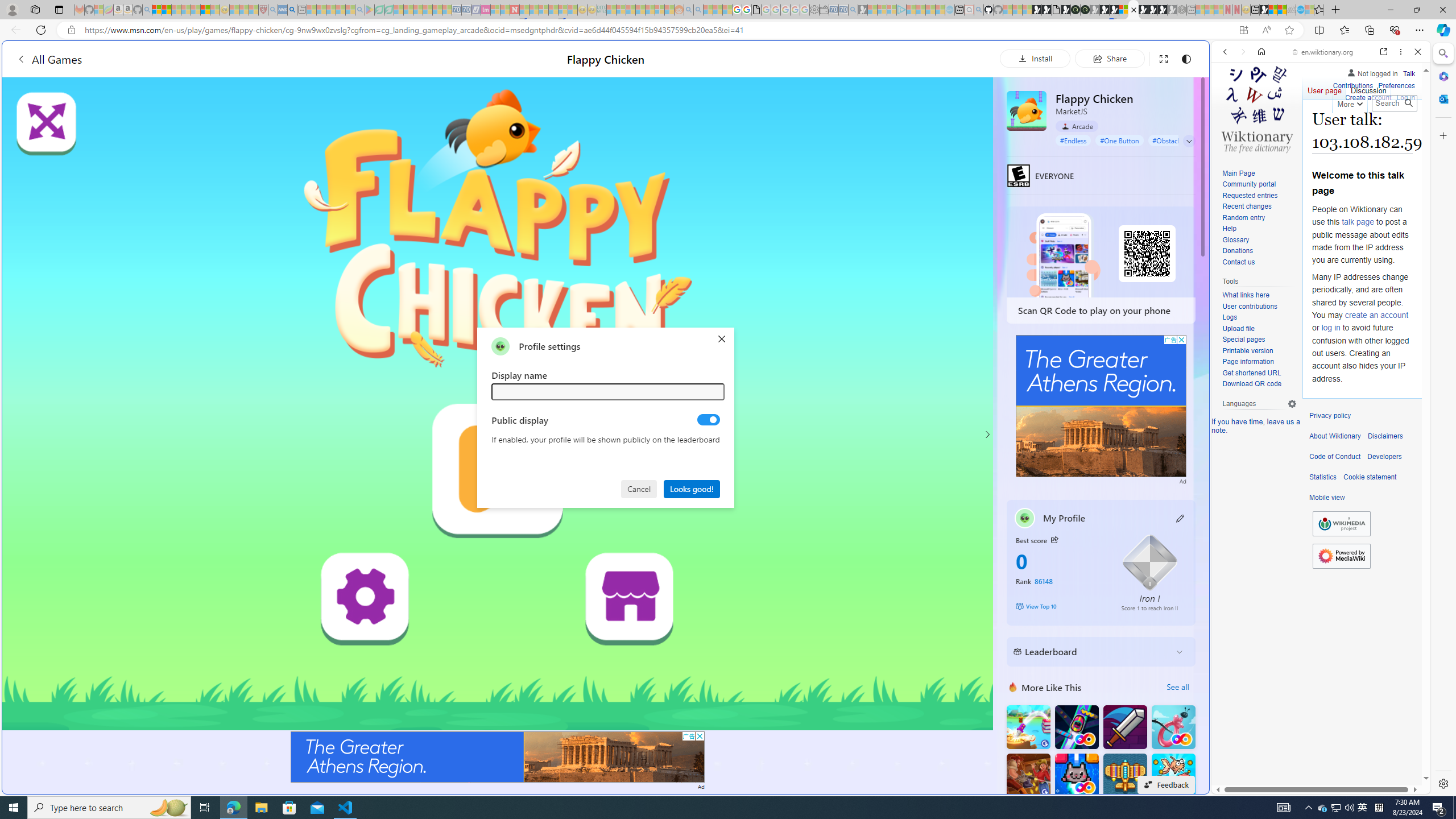 The image size is (1456, 819). What do you see at coordinates (1370, 584) in the screenshot?
I see `'Actions for this site'` at bounding box center [1370, 584].